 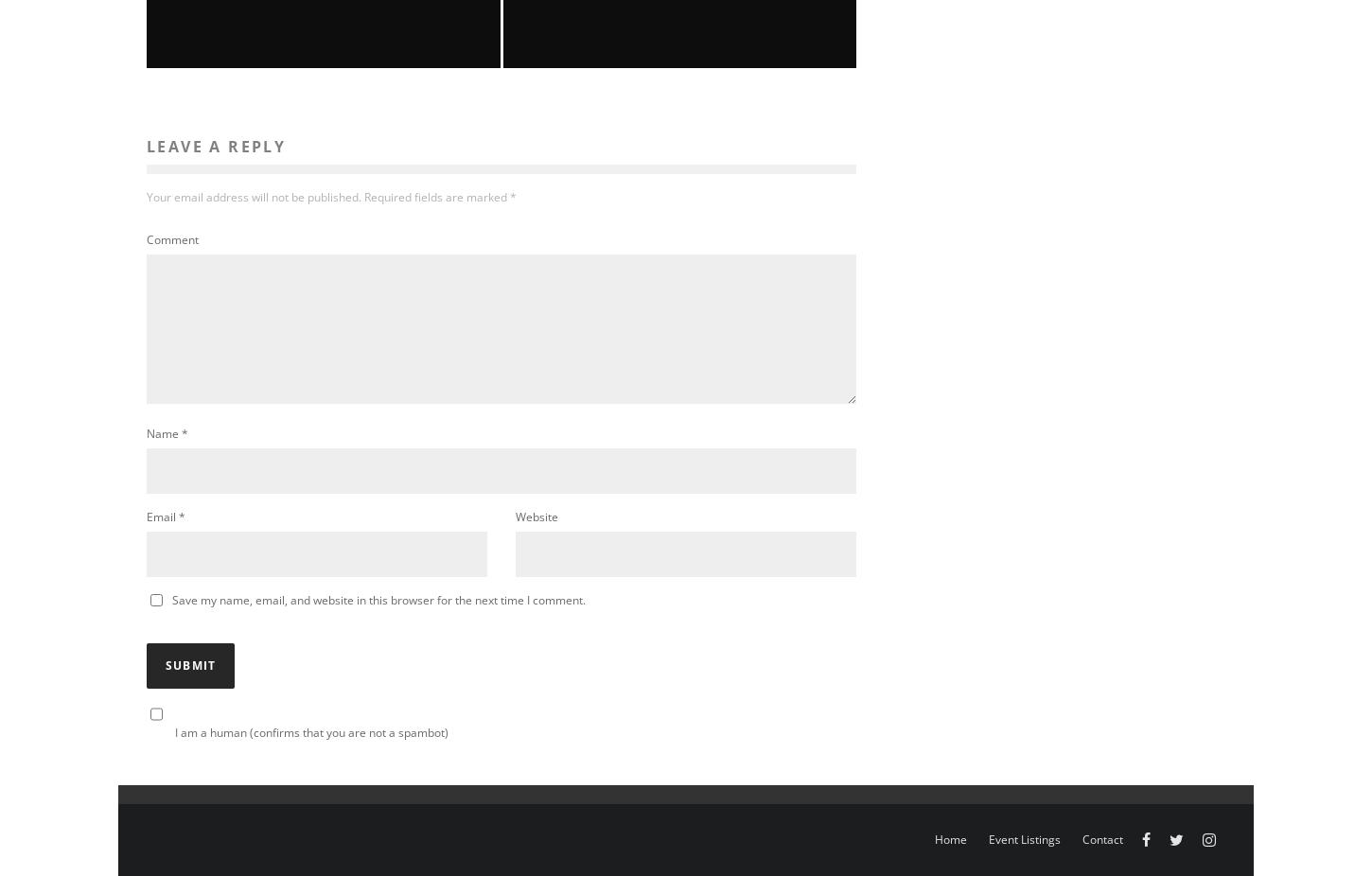 I want to click on 'Comment', so click(x=171, y=238).